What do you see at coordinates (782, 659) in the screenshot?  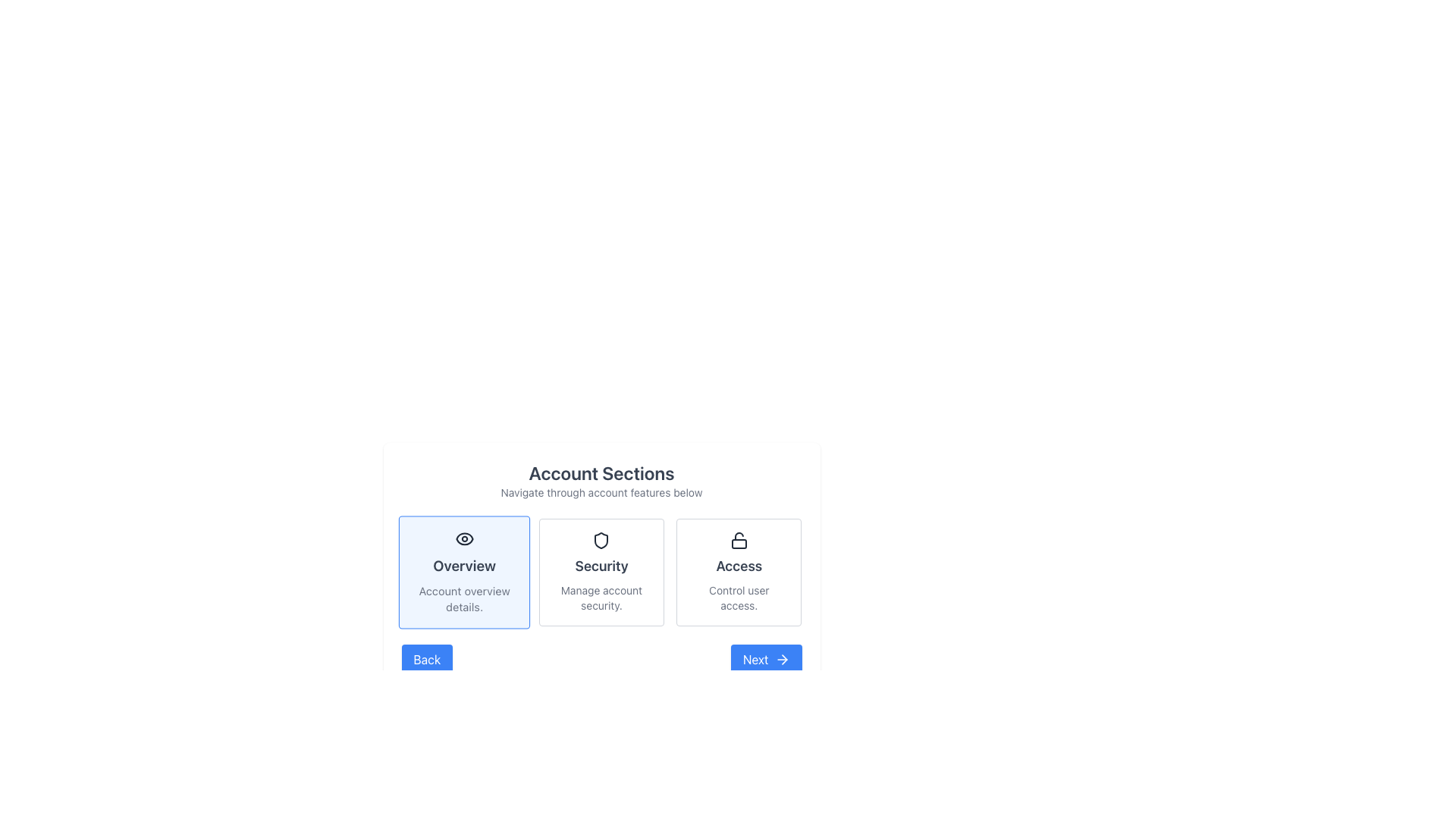 I see `the arrow icon located at the far right of the 'Next' button` at bounding box center [782, 659].